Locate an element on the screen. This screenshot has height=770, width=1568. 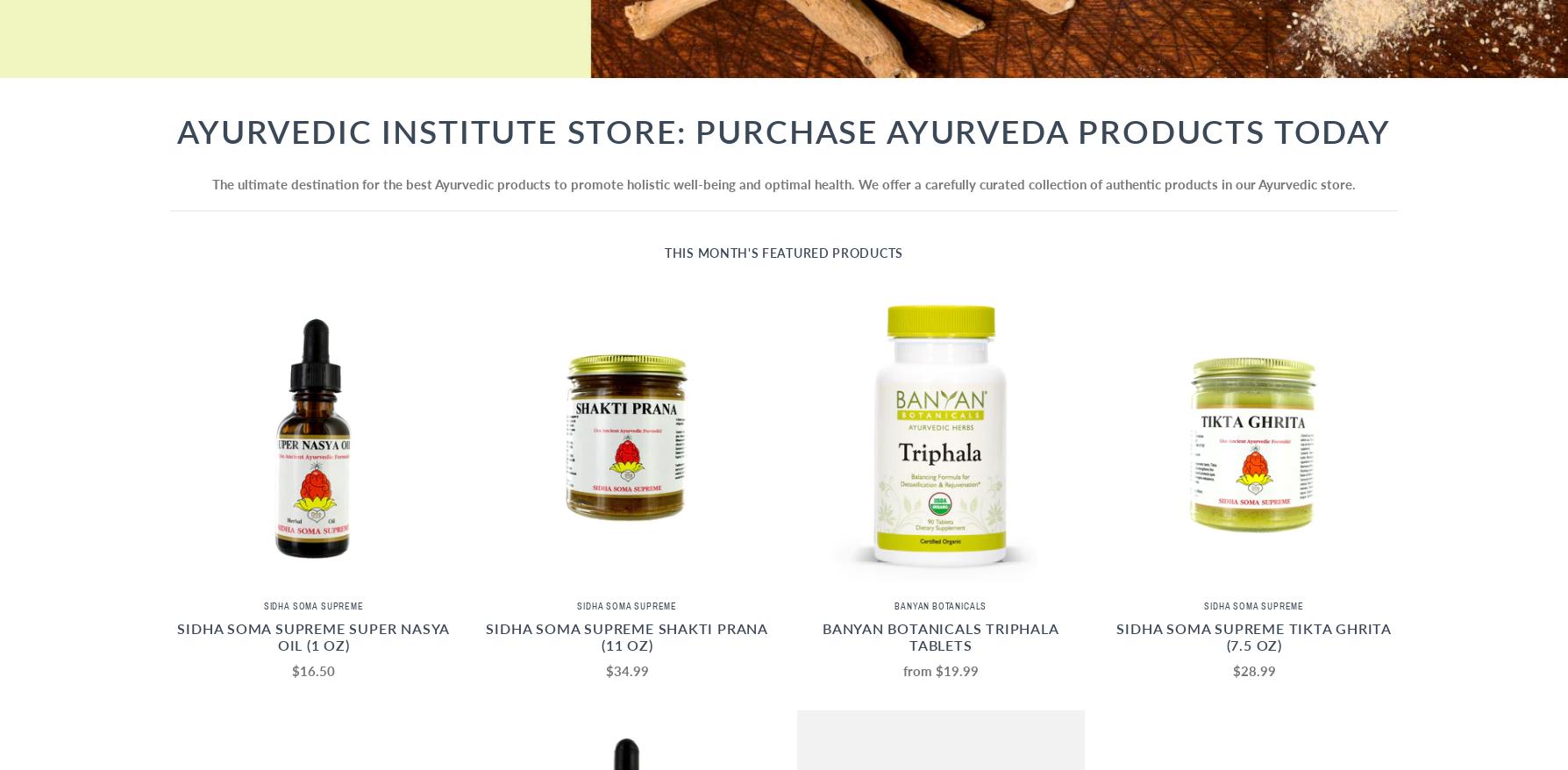
'Banyan Botanicals Triphala Tablets' is located at coordinates (940, 636).